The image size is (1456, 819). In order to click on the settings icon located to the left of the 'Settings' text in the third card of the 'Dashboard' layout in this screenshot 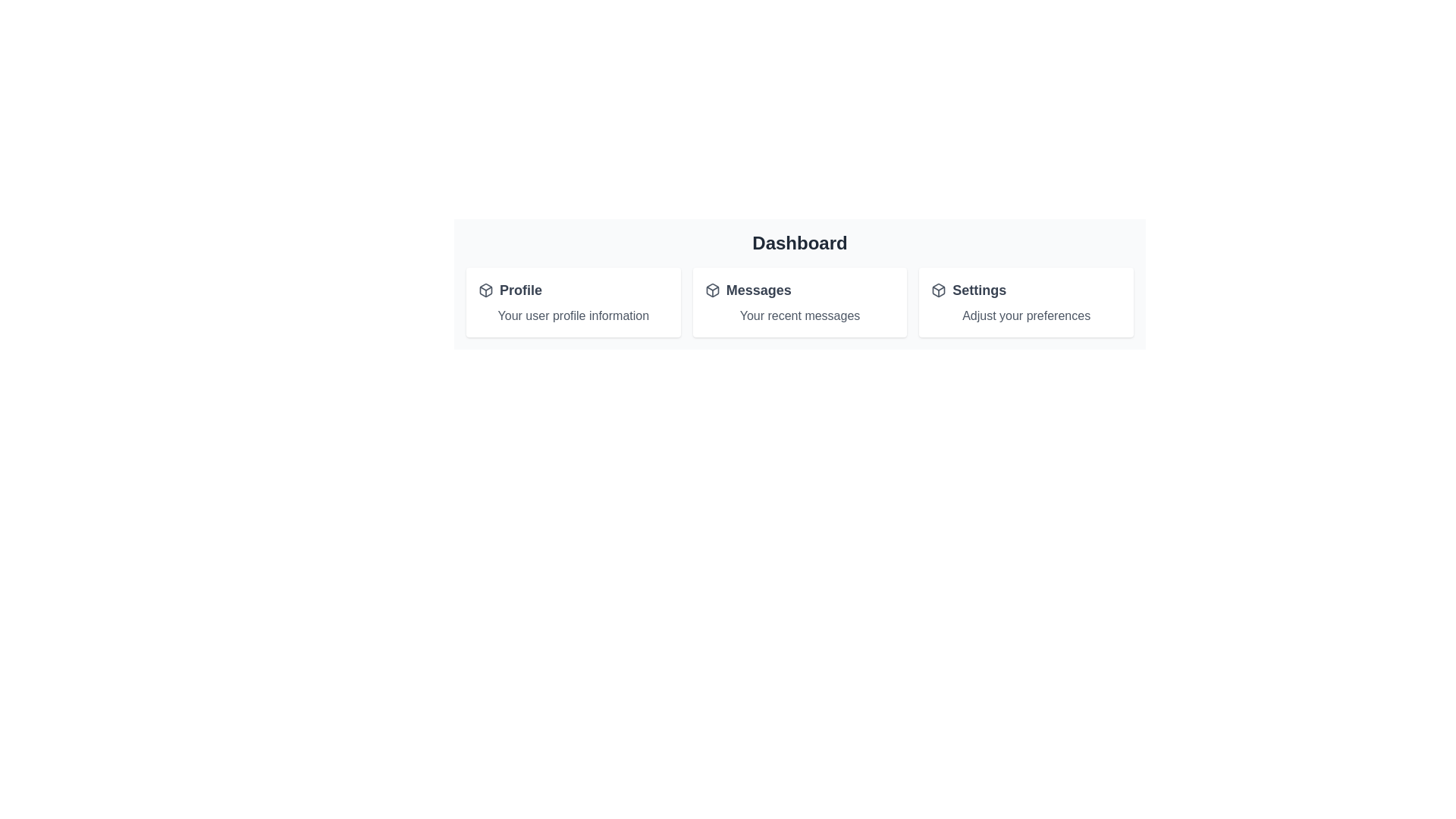, I will do `click(938, 290)`.